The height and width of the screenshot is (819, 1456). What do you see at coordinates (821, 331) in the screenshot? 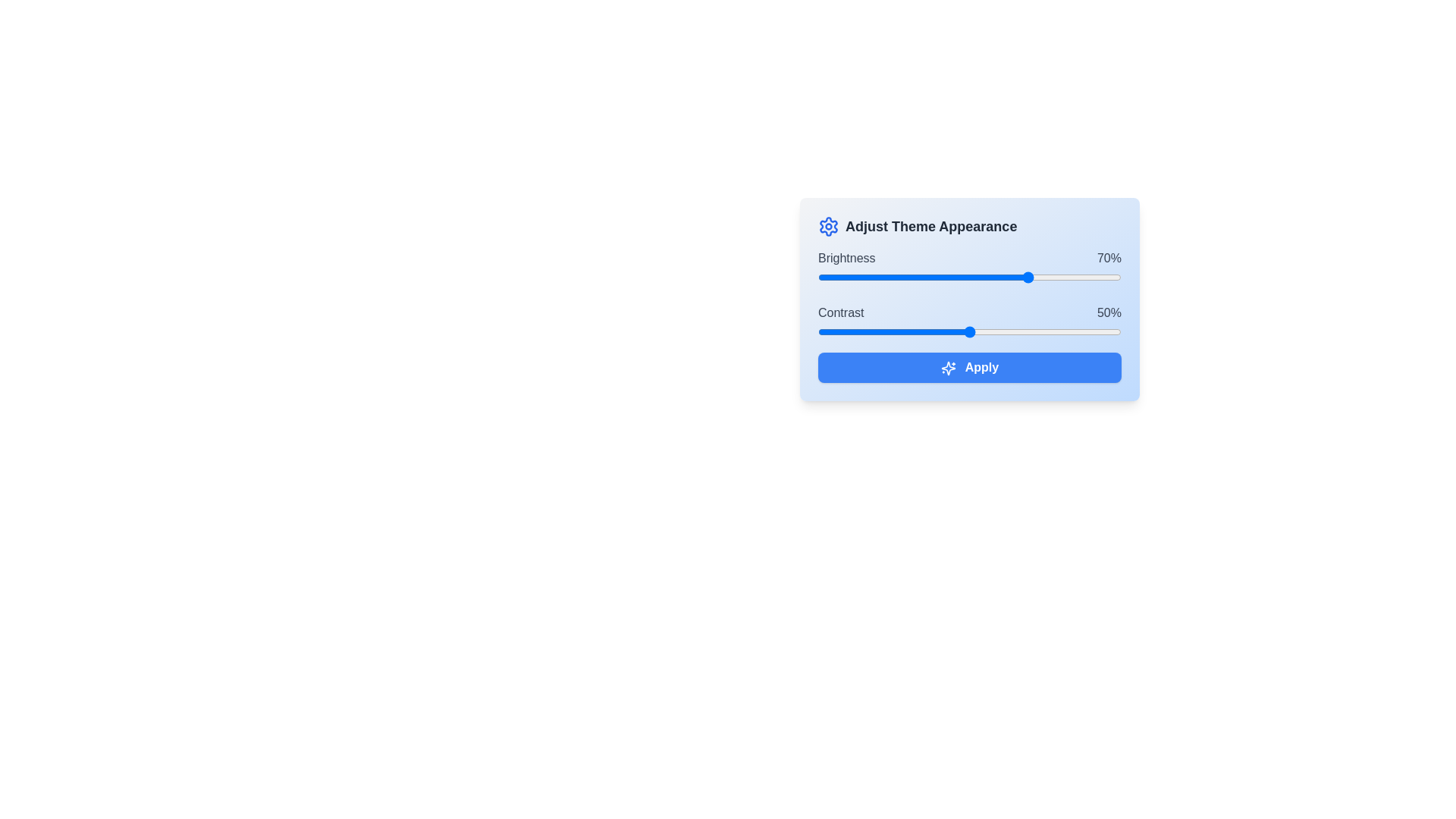
I see `the contrast slider to 1%` at bounding box center [821, 331].